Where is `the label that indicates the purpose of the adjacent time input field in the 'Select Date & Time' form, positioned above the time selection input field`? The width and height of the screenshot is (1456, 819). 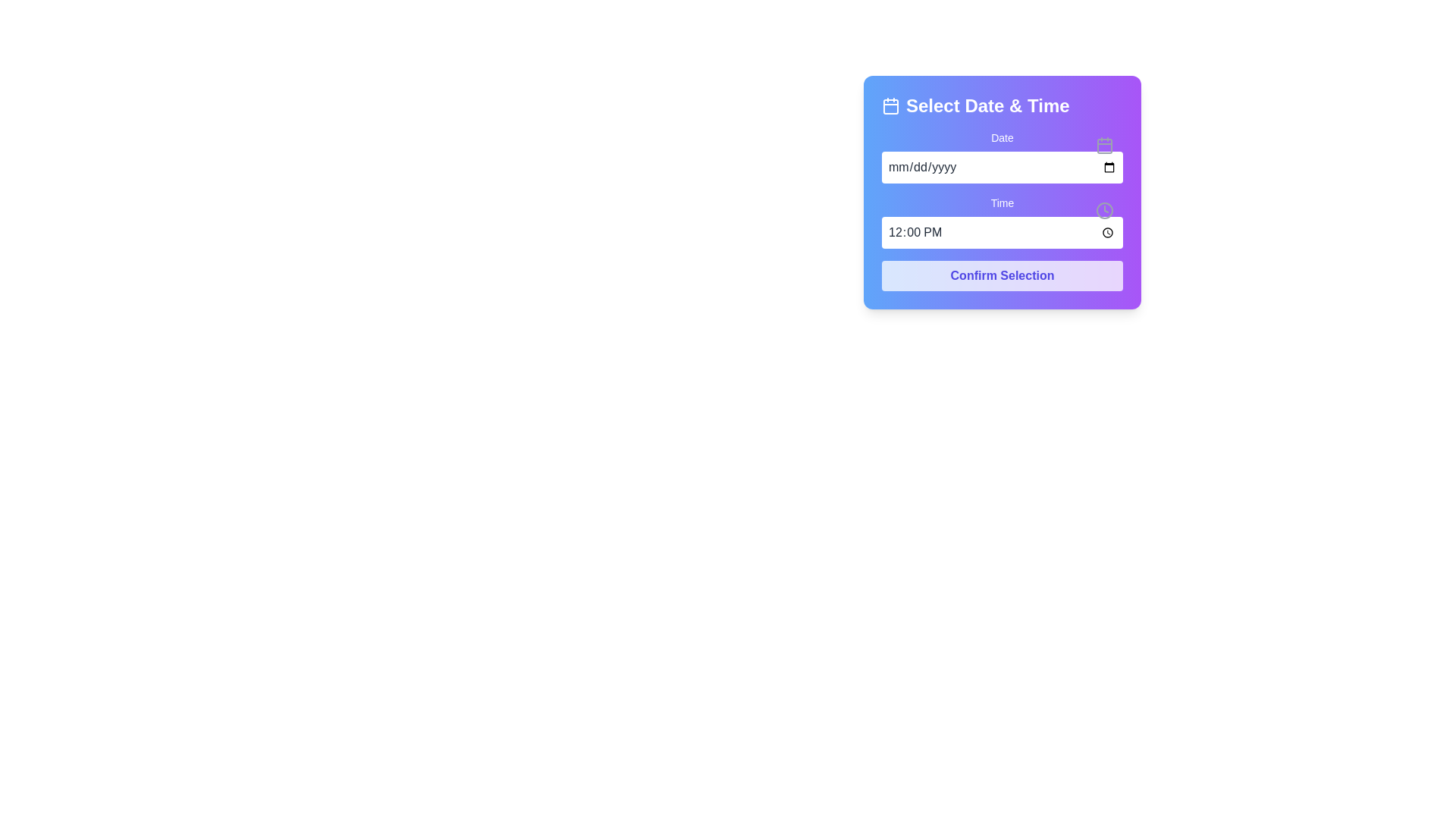
the label that indicates the purpose of the adjacent time input field in the 'Select Date & Time' form, positioned above the time selection input field is located at coordinates (1002, 202).